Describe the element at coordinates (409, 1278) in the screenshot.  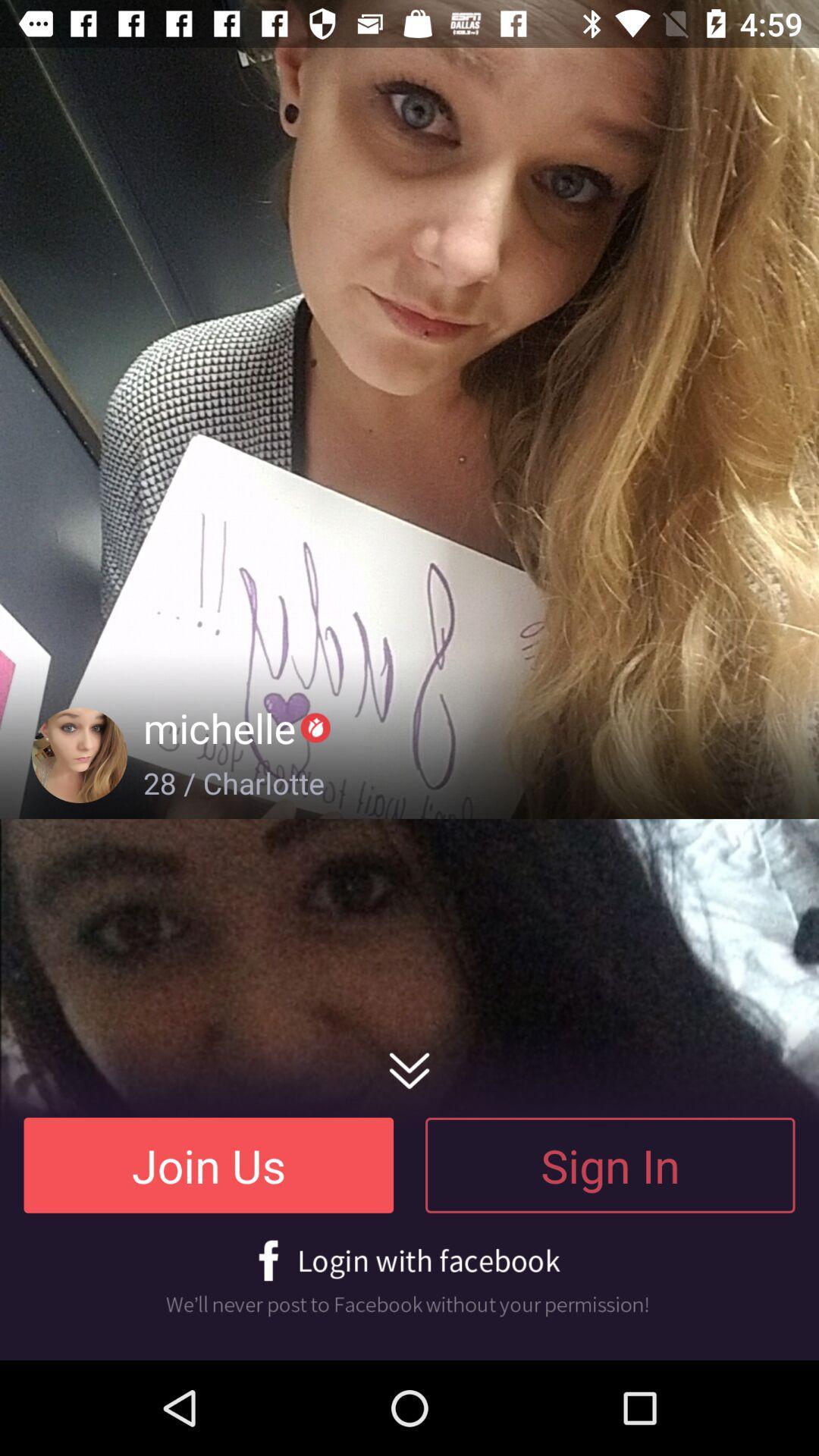
I see `sign in with facebook` at that location.